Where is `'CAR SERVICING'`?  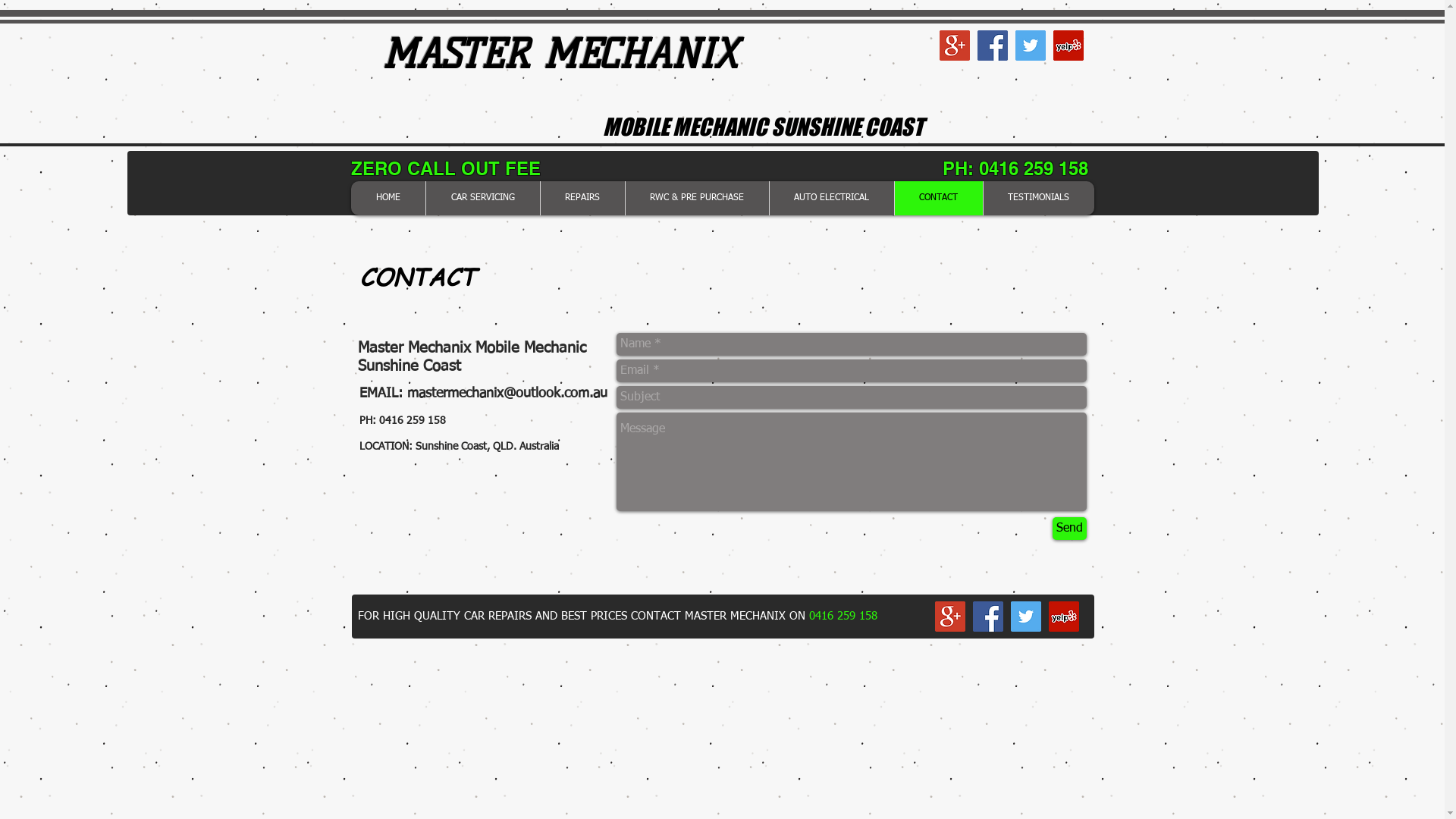
'CAR SERVICING' is located at coordinates (481, 197).